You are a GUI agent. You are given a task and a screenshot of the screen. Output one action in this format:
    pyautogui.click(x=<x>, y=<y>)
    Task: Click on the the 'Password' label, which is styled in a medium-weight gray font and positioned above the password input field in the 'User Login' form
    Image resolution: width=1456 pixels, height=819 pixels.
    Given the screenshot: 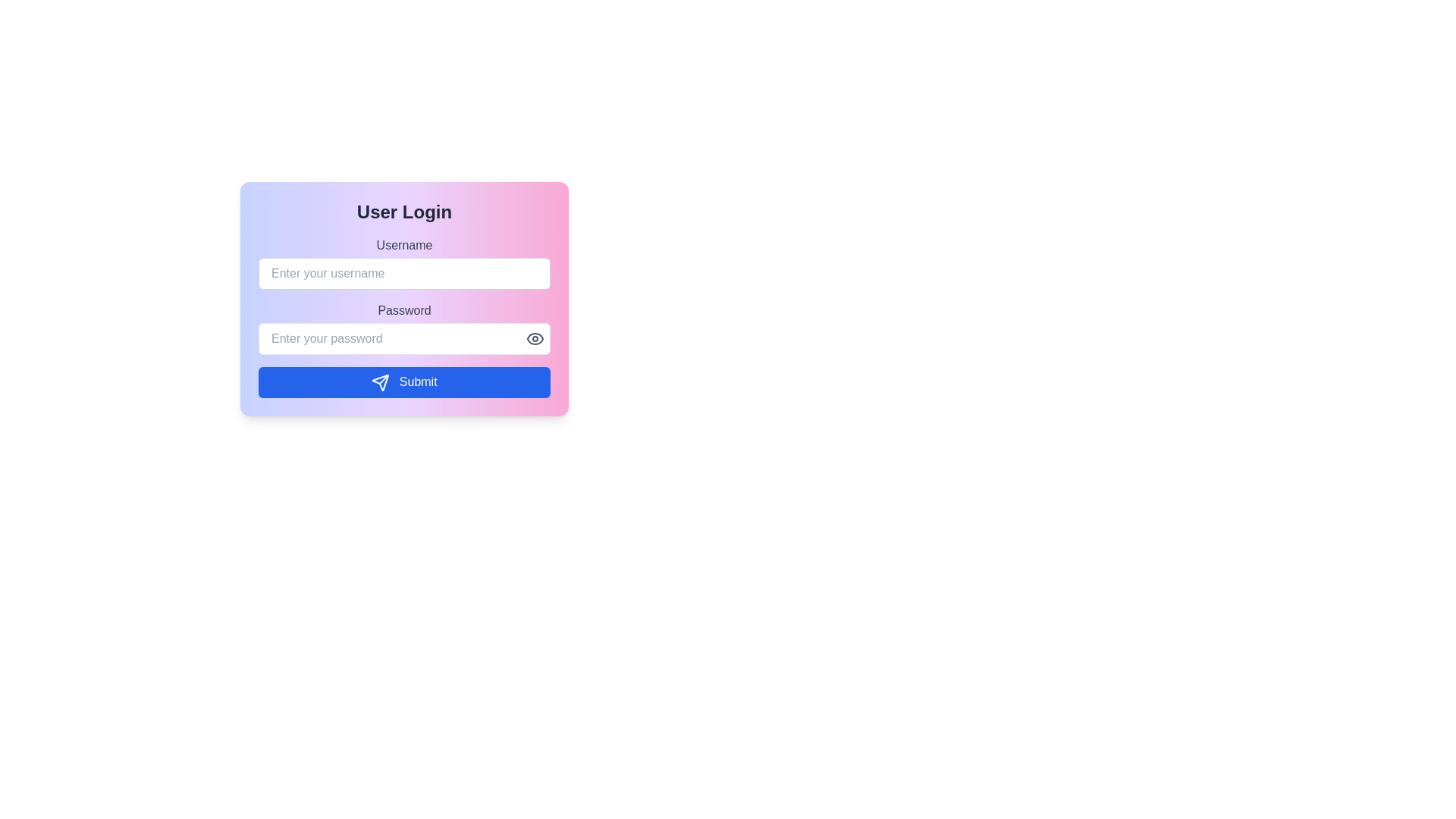 What is the action you would take?
    pyautogui.click(x=404, y=309)
    